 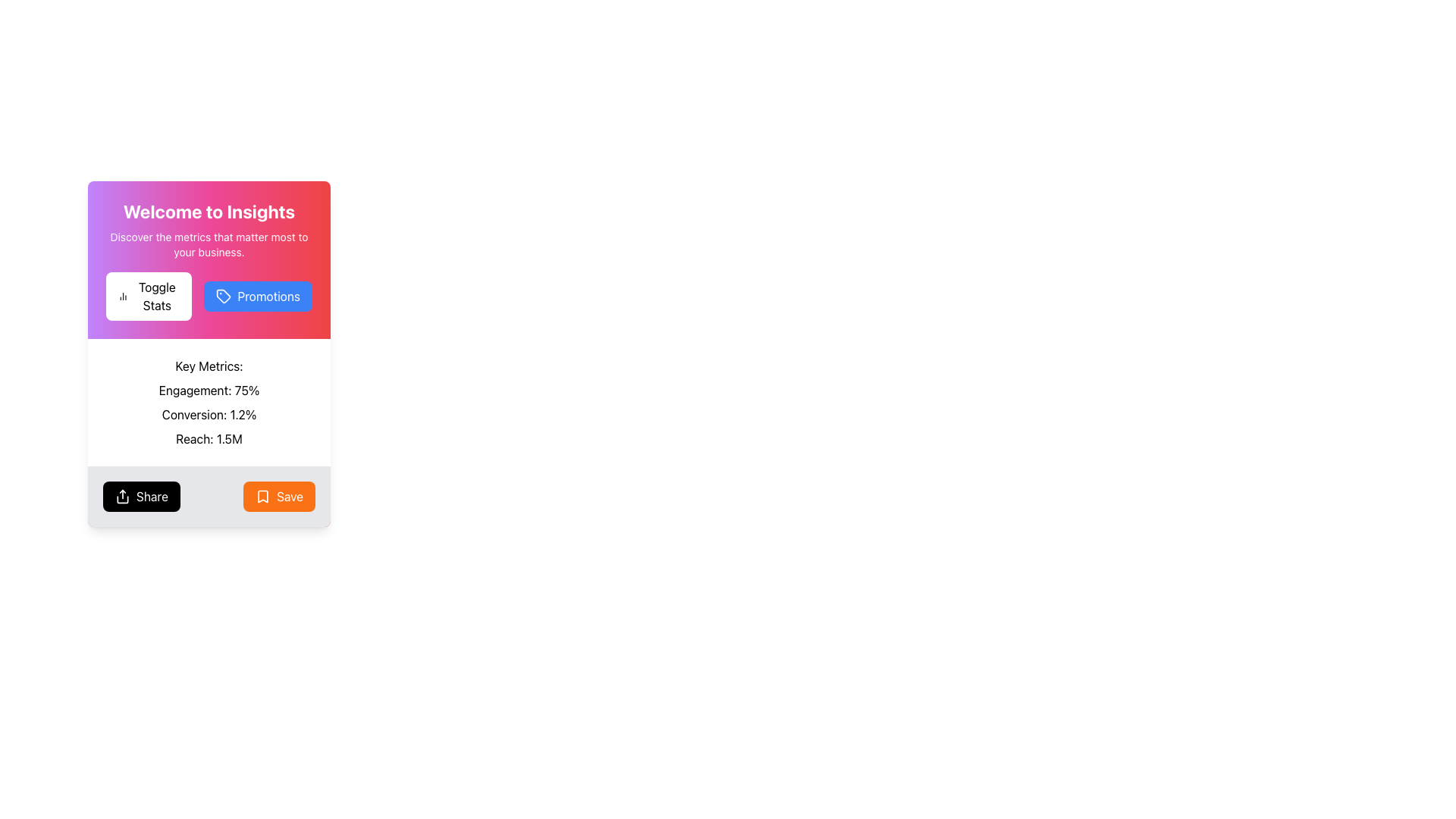 What do you see at coordinates (208, 244) in the screenshot?
I see `the text block containing the phrase 'Discover the metrics that matter most to your business.' which is located below the title 'Welcome to Insights'` at bounding box center [208, 244].